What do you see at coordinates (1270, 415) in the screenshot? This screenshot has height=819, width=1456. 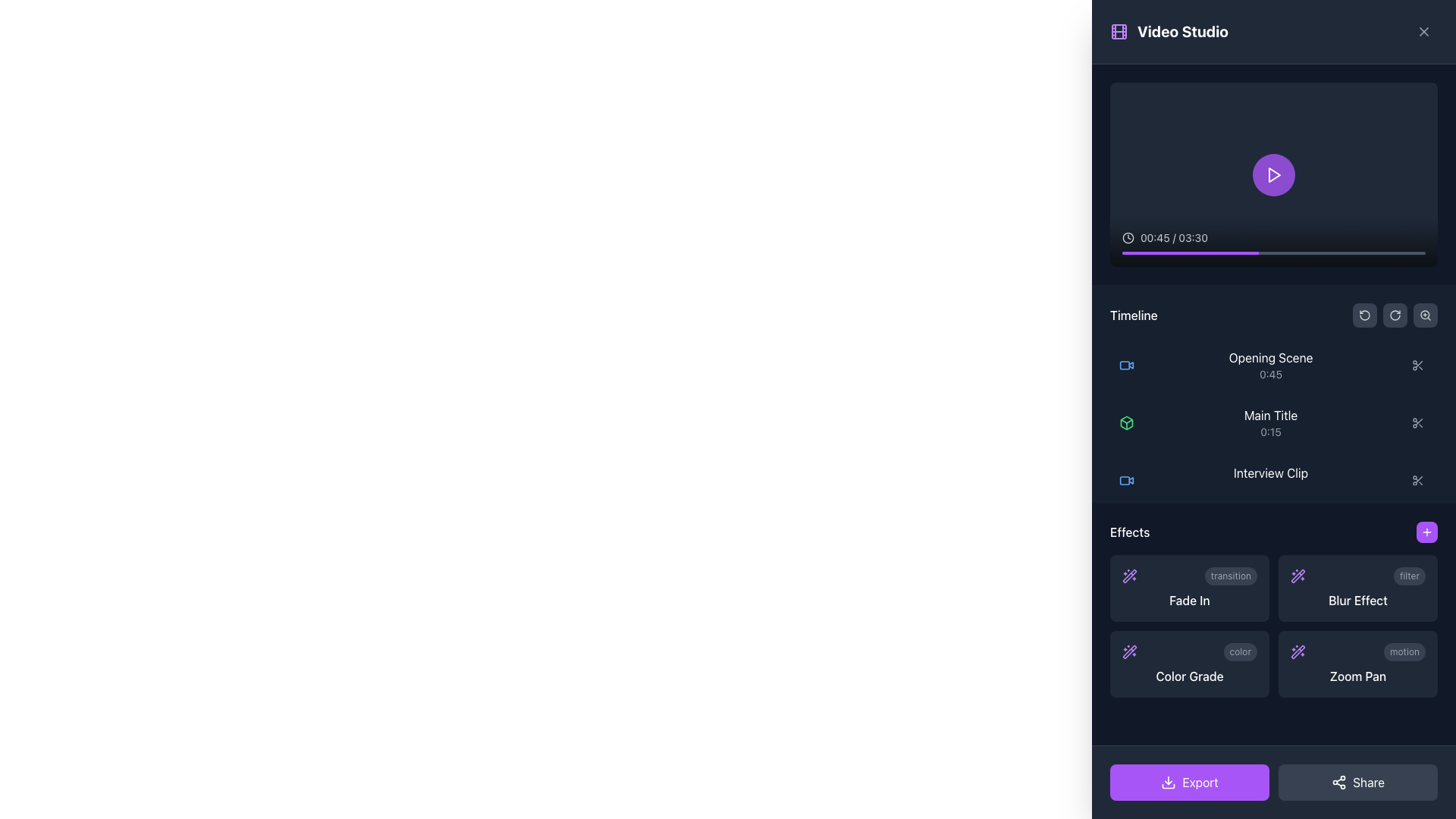 I see `the text label displaying 'Main Title' in white font against a dark background, located in the timeline section, directly to the right of a green cube icon and above the text '0:15'` at bounding box center [1270, 415].